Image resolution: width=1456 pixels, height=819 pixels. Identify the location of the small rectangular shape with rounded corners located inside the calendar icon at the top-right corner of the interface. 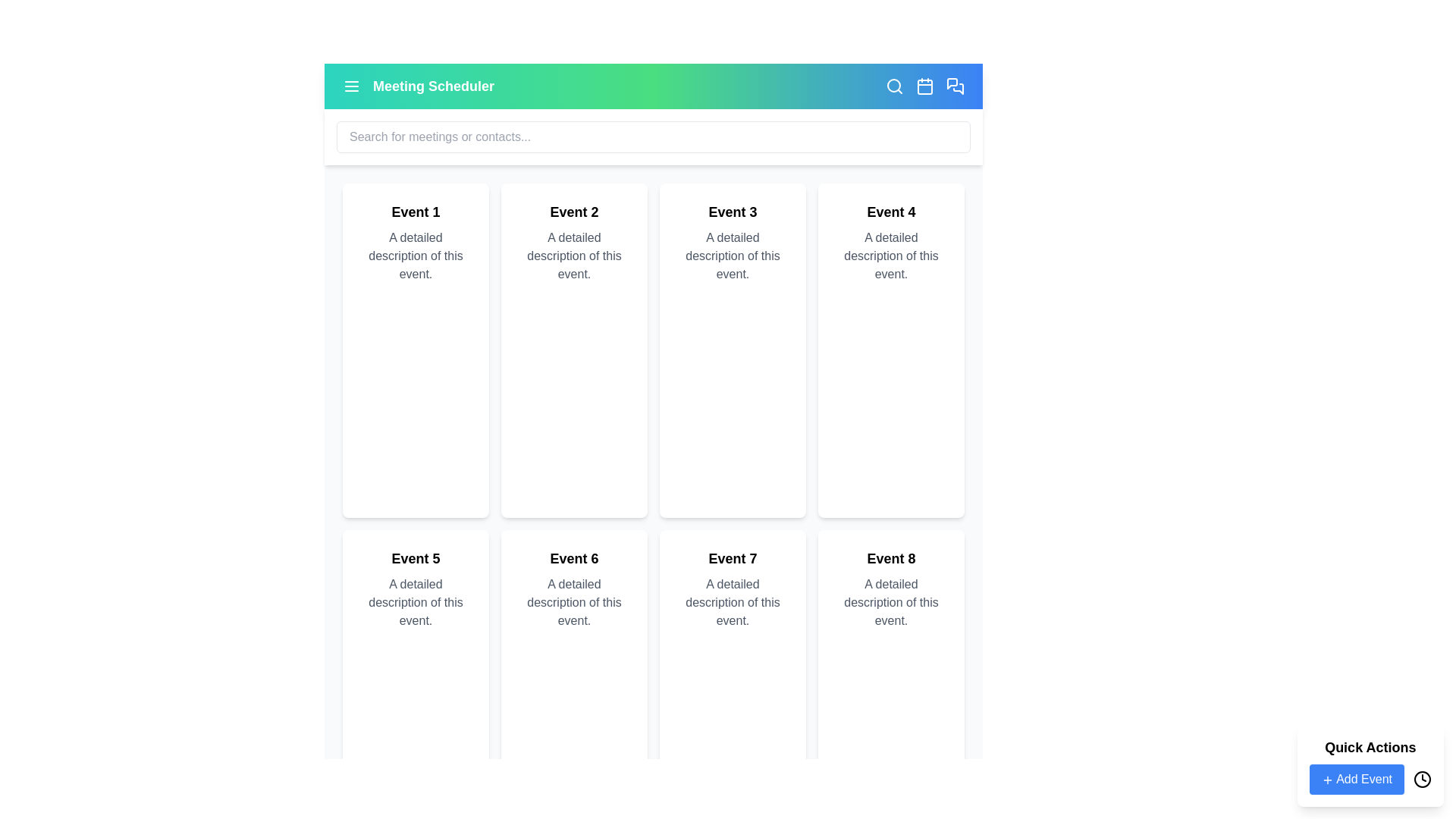
(924, 87).